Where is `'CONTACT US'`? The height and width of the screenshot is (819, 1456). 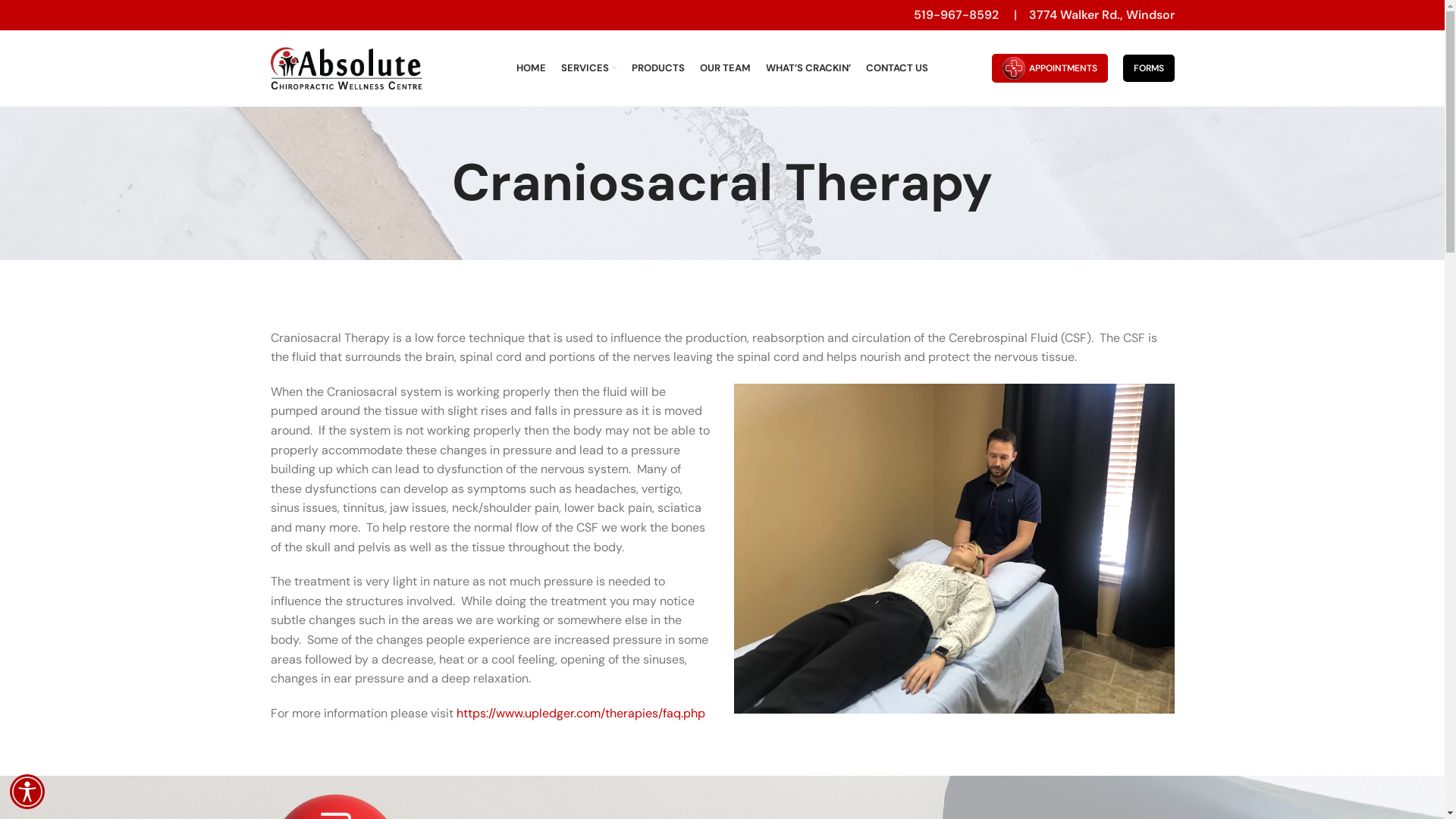 'CONTACT US' is located at coordinates (866, 67).